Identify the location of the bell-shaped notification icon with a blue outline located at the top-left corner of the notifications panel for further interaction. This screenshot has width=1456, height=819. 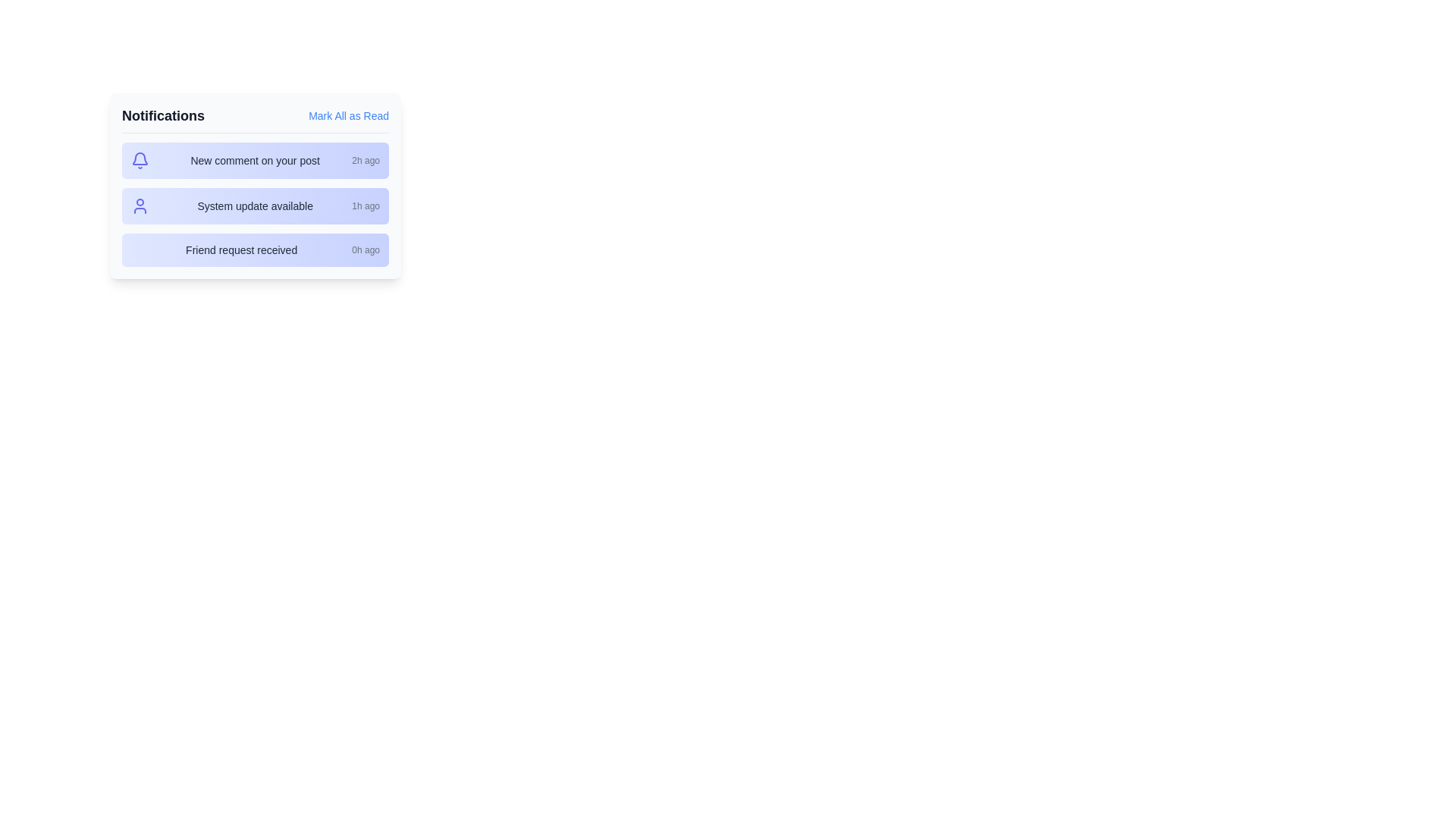
(140, 158).